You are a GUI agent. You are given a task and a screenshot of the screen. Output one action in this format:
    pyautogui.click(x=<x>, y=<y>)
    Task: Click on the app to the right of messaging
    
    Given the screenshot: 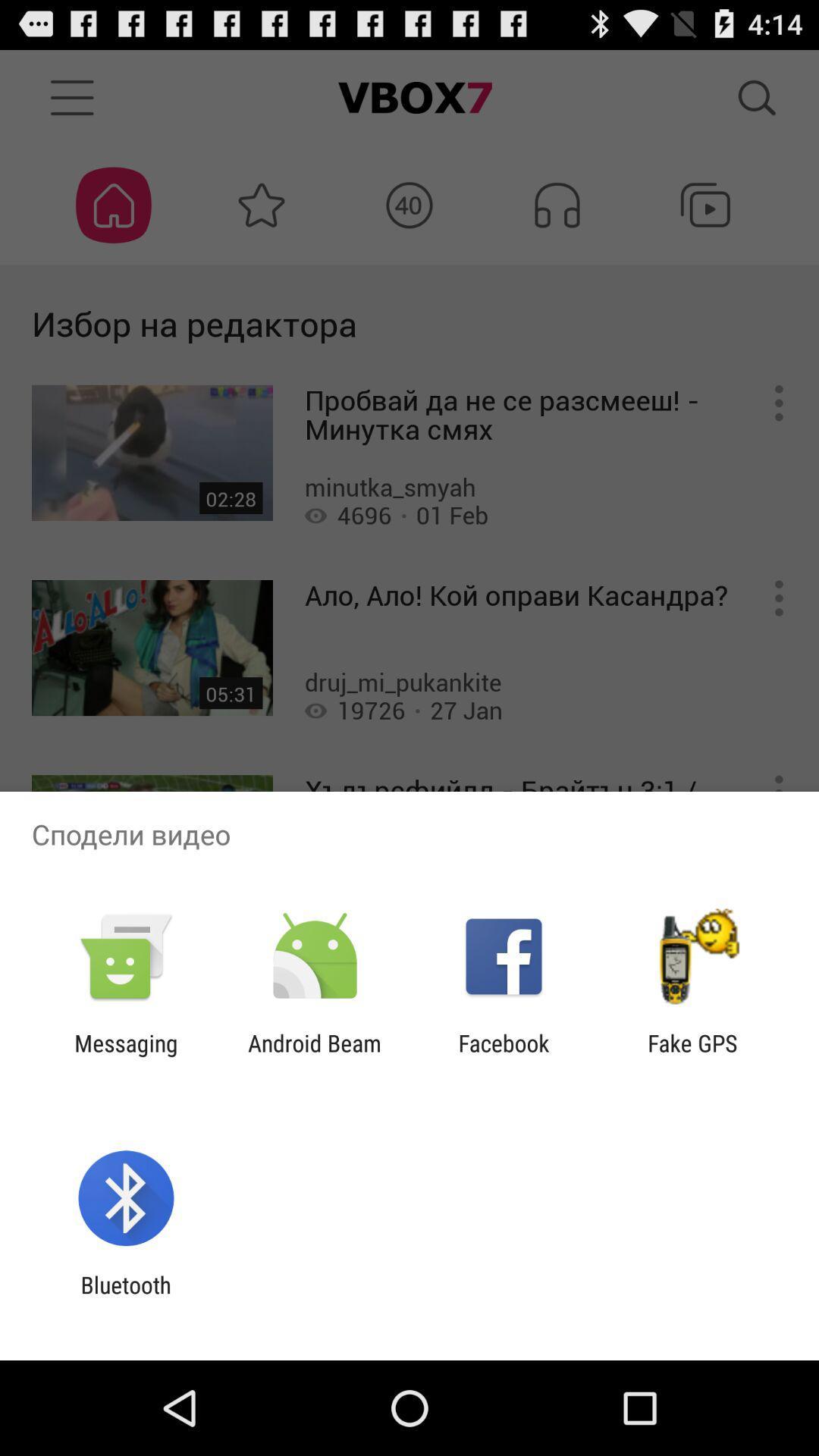 What is the action you would take?
    pyautogui.click(x=314, y=1056)
    